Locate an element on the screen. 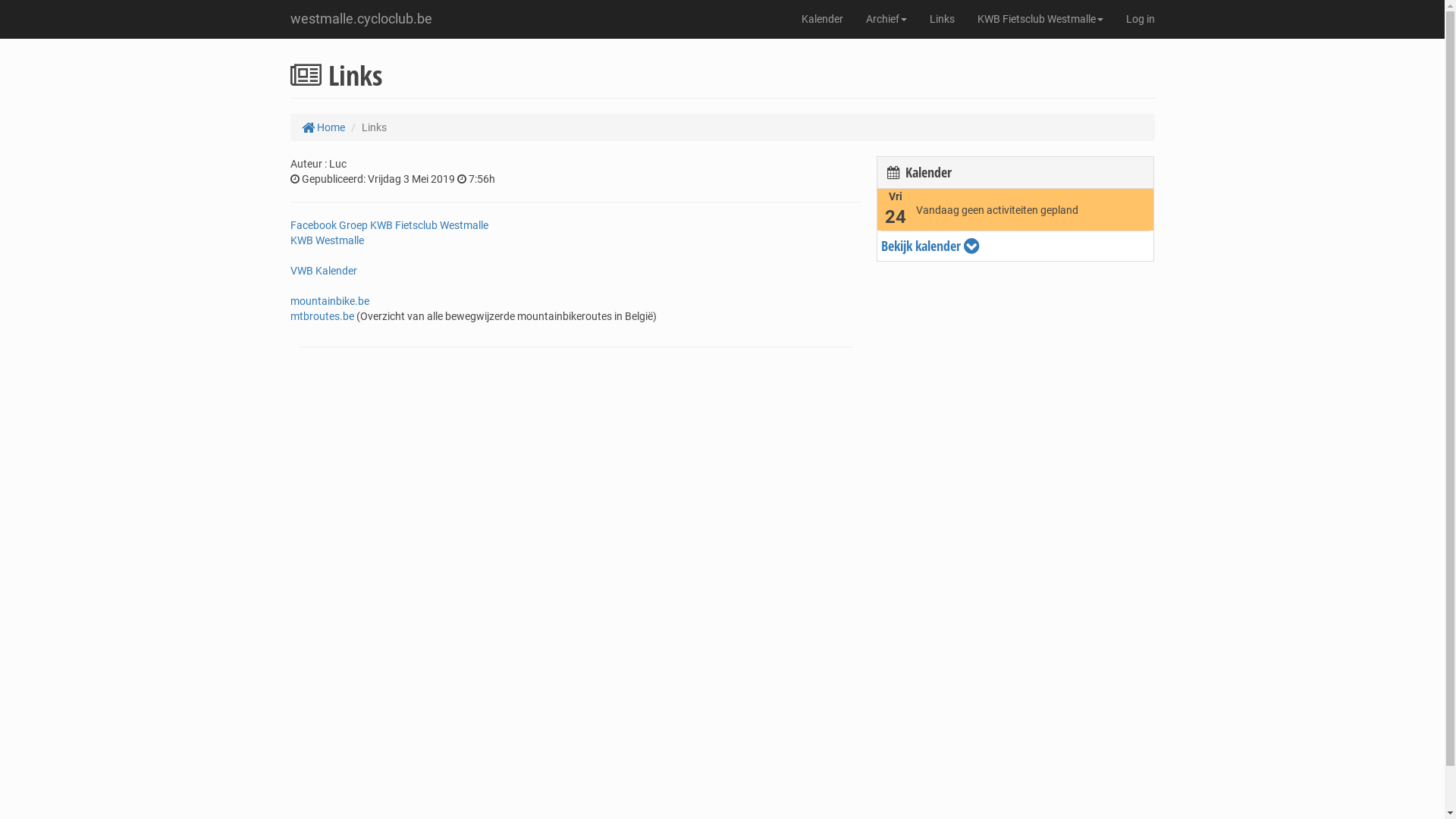 This screenshot has width=1456, height=819. 'mountainbike.be' is located at coordinates (328, 301).